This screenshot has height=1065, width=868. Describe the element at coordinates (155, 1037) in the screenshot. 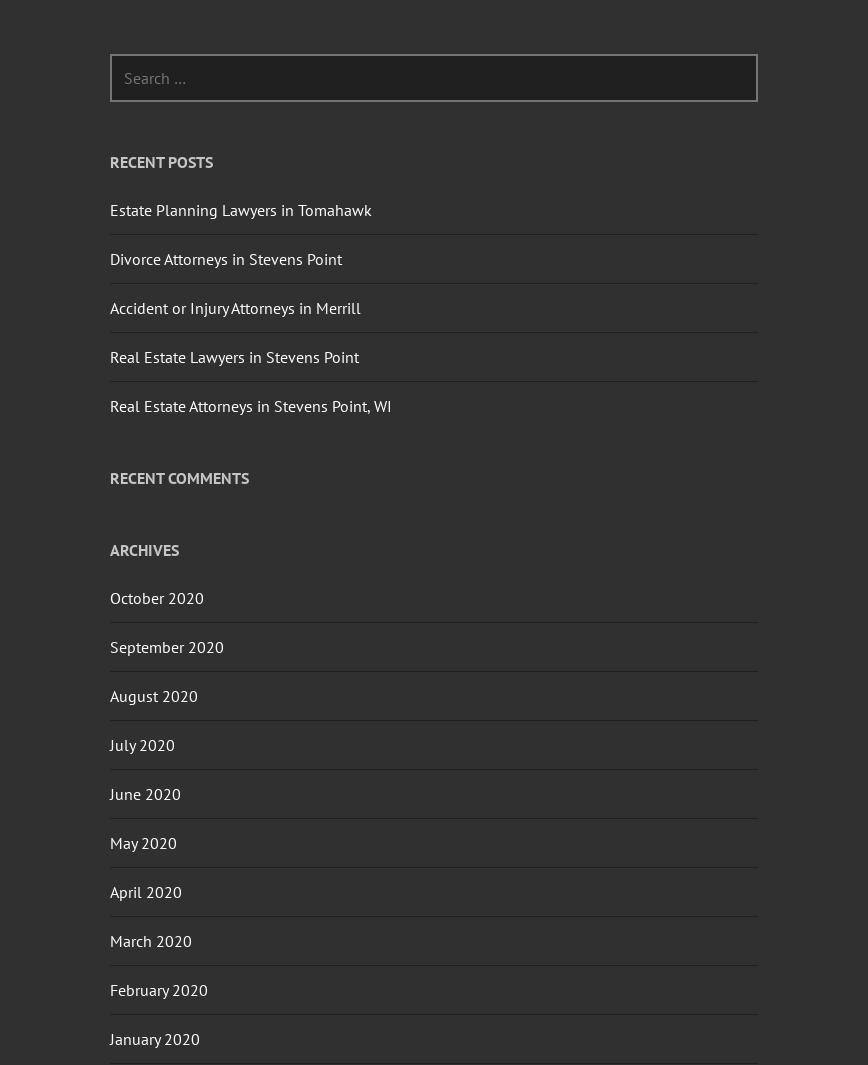

I see `'January 2020'` at that location.